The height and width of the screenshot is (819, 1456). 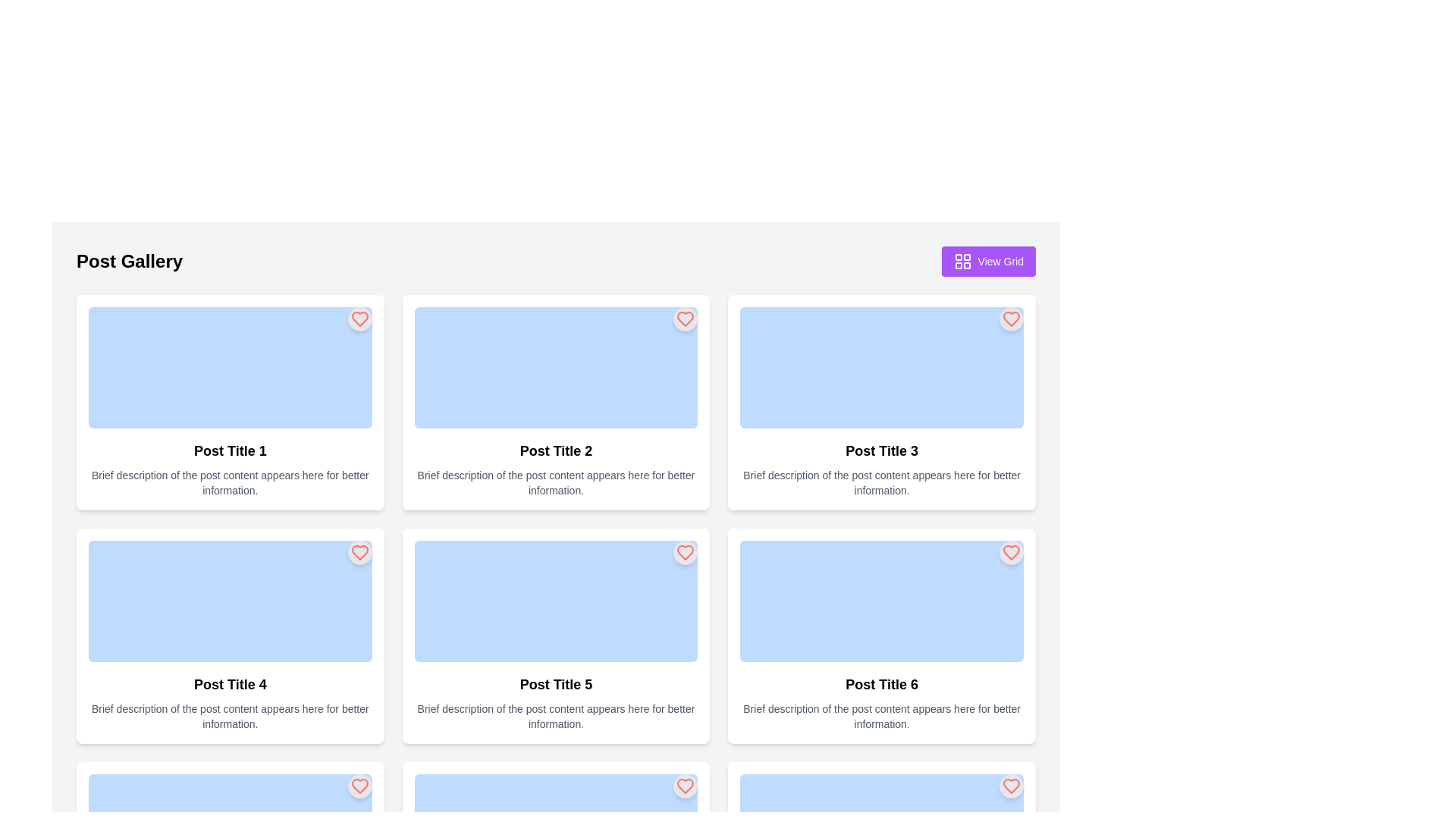 I want to click on the text label that serves as the title for the page, indicating the content as 'Post Gallery', so click(x=130, y=260).